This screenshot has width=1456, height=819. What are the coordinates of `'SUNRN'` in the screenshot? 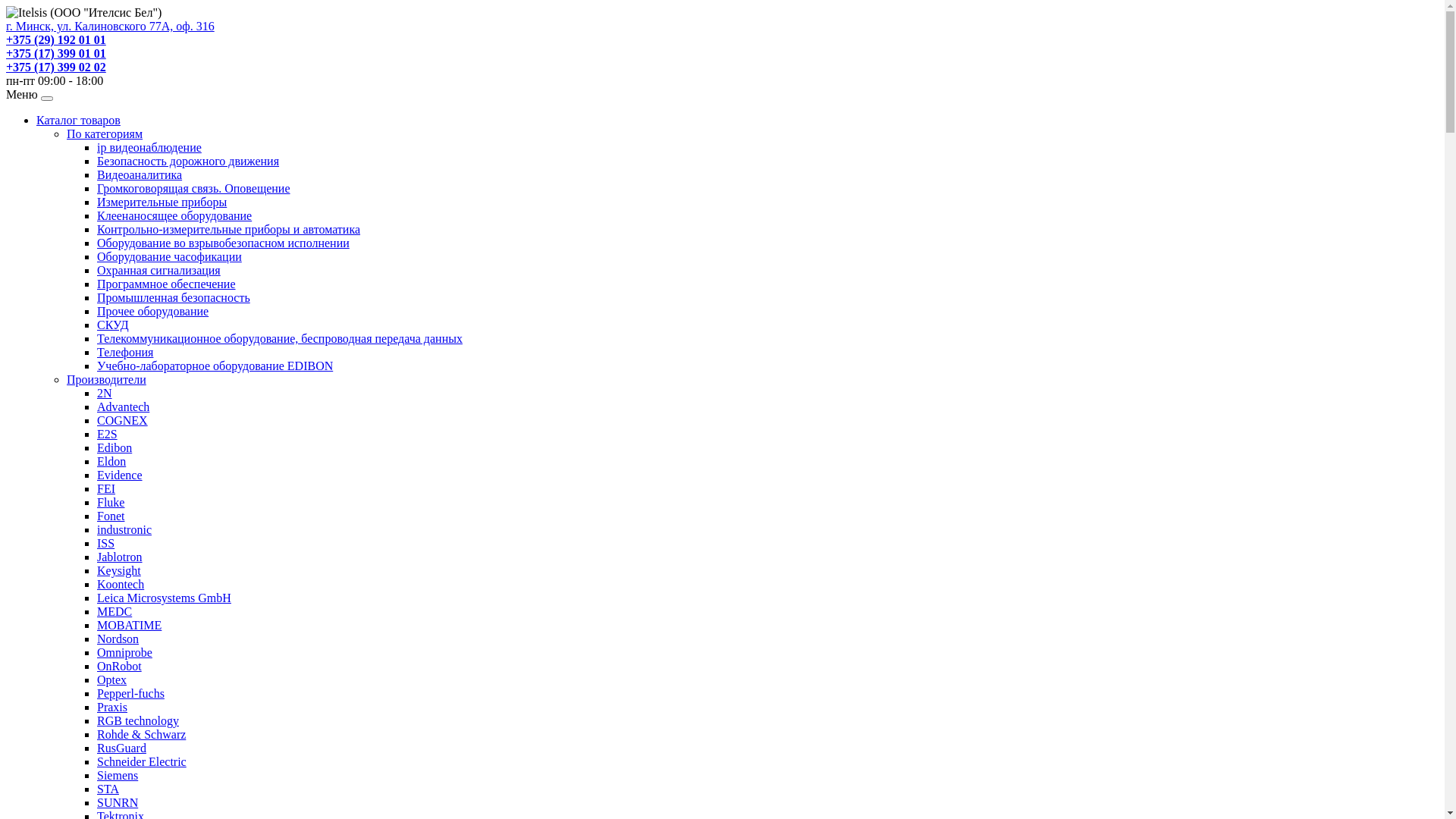 It's located at (116, 802).